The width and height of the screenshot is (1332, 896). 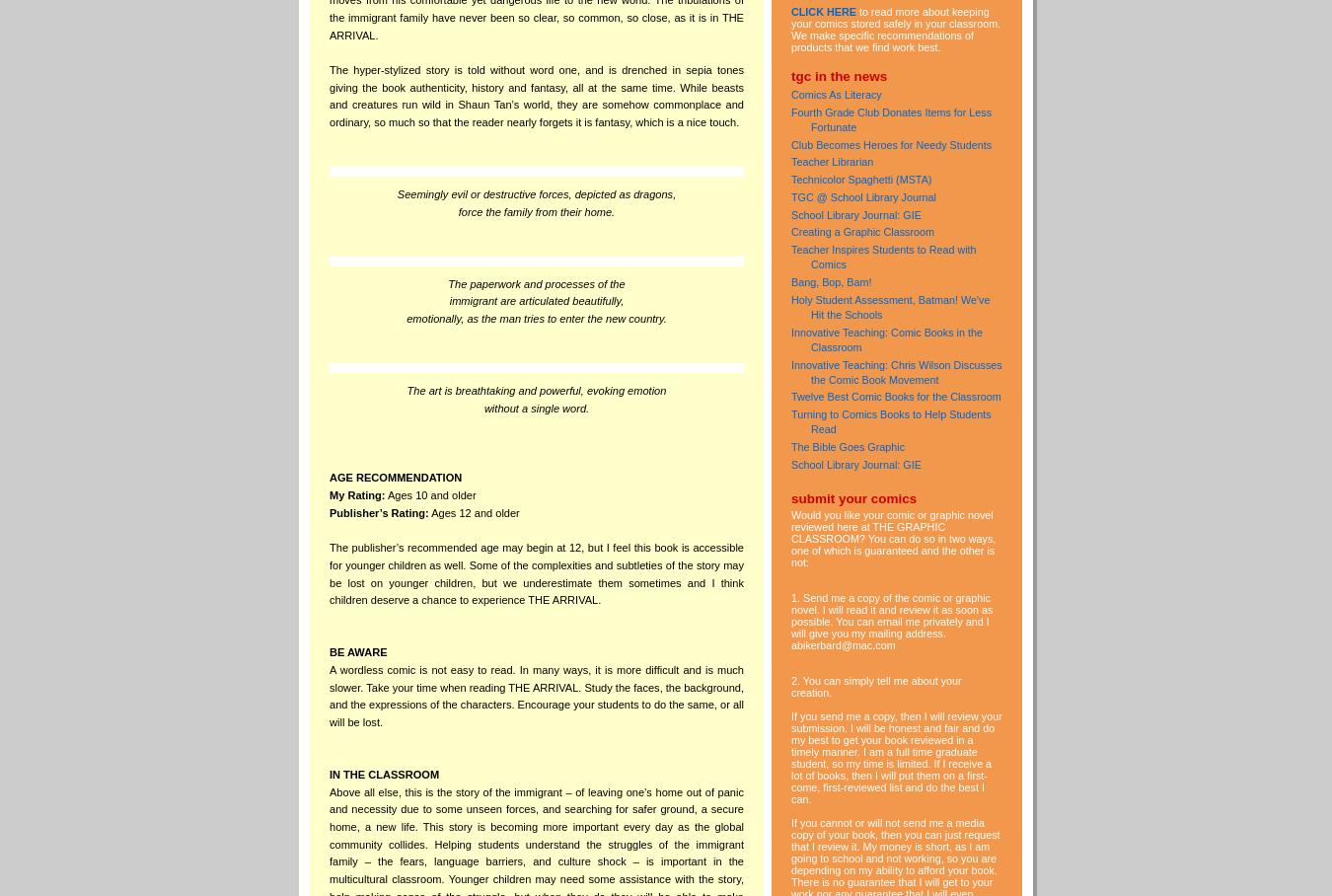 What do you see at coordinates (566, 317) in the screenshot?
I see `'as the man tries to enter the new country.'` at bounding box center [566, 317].